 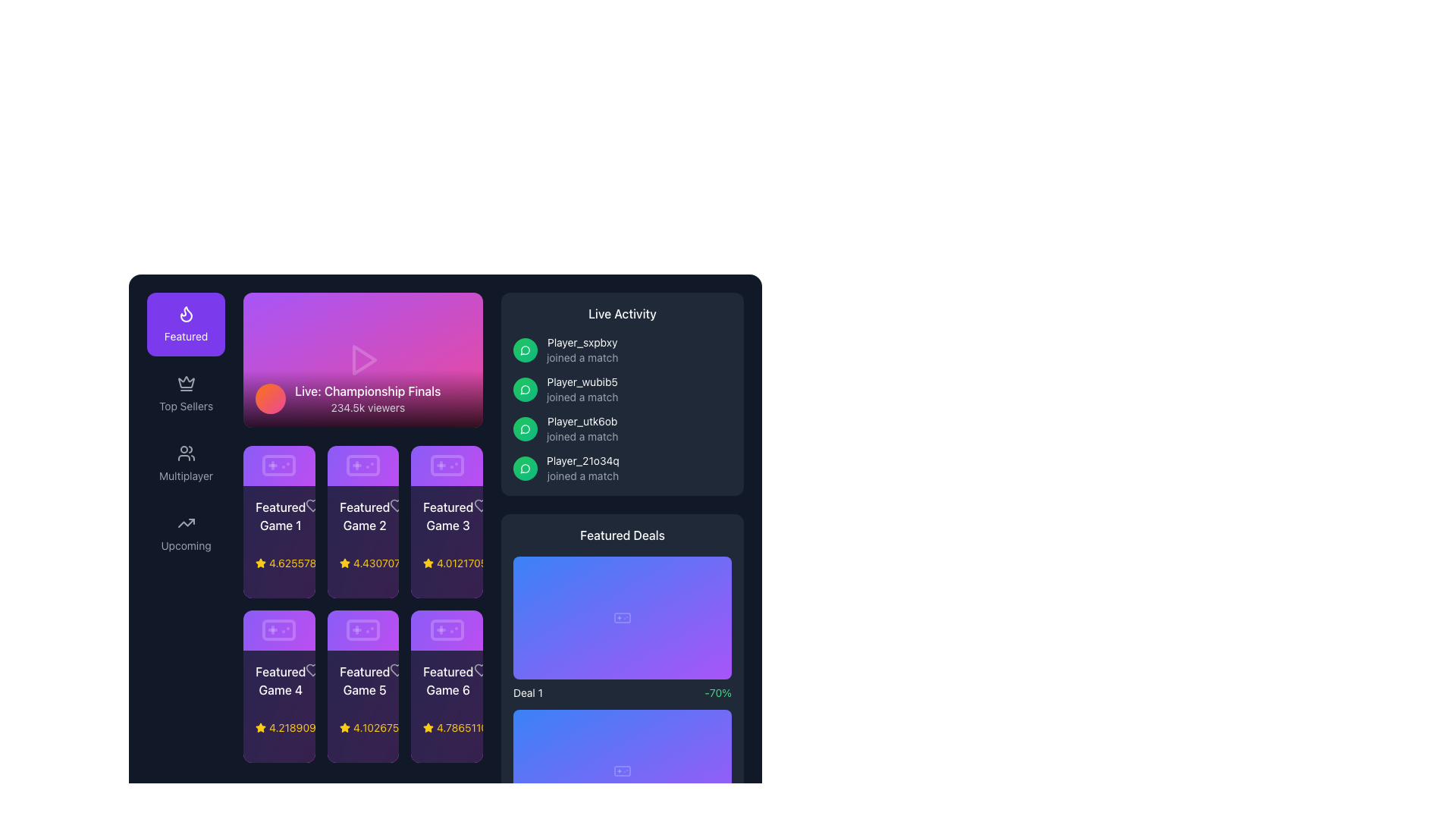 I want to click on the rating represented by the star icon located under the 'Featured Game 5' card in the 'Featured Games' section, which is in the second column of the second row, so click(x=344, y=726).